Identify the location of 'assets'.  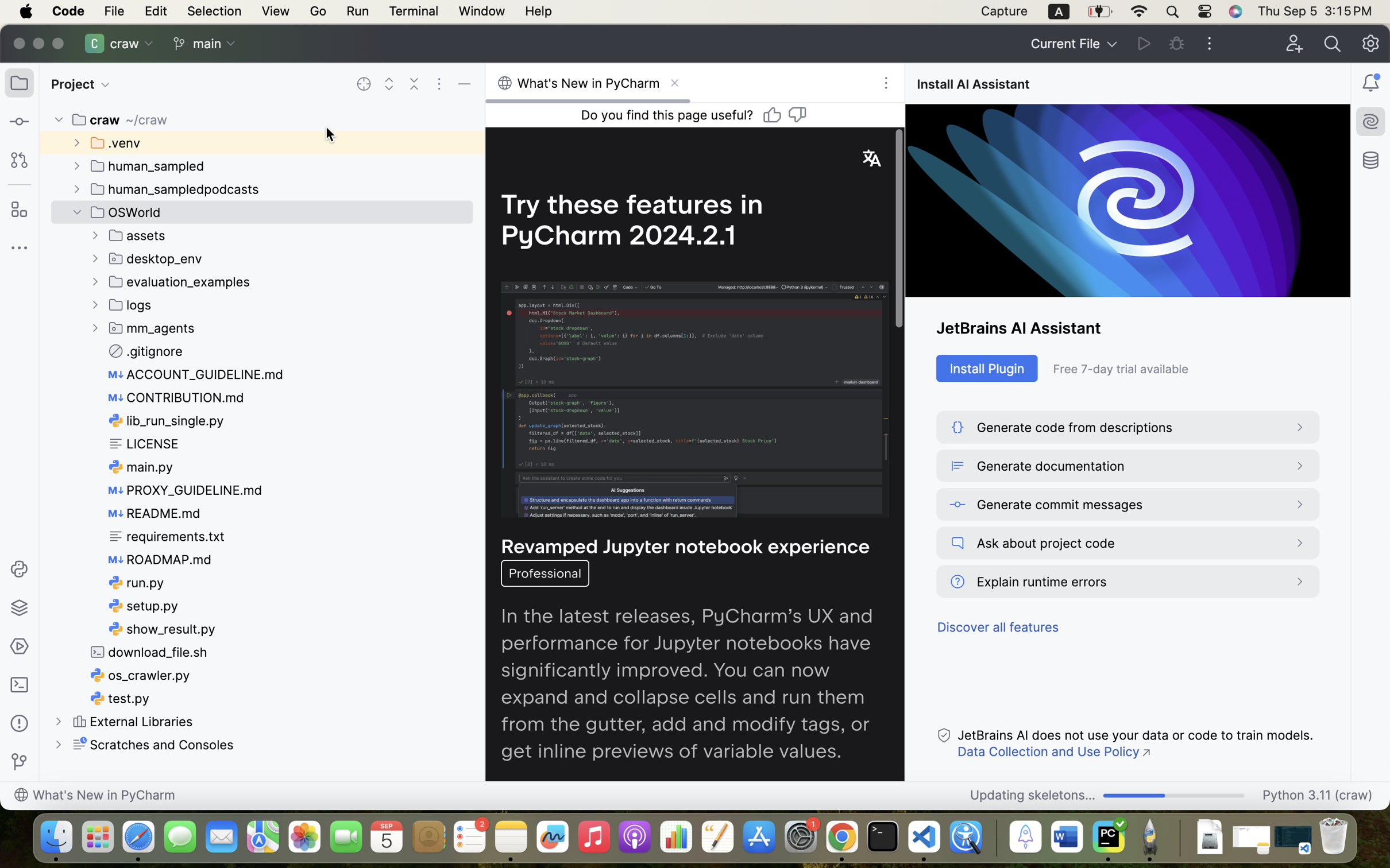
(137, 234).